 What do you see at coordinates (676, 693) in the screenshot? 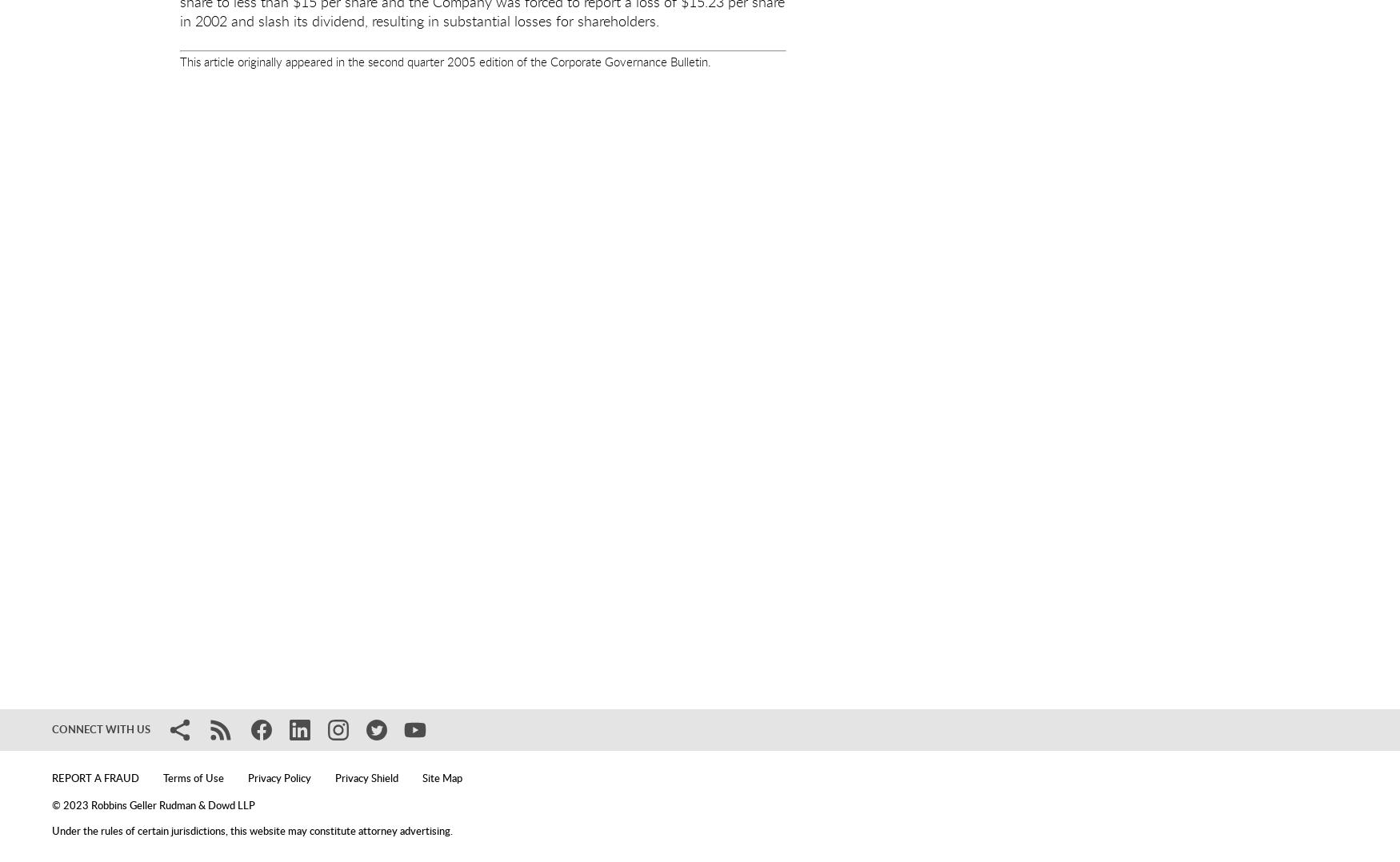
I see `'contact us'` at bounding box center [676, 693].